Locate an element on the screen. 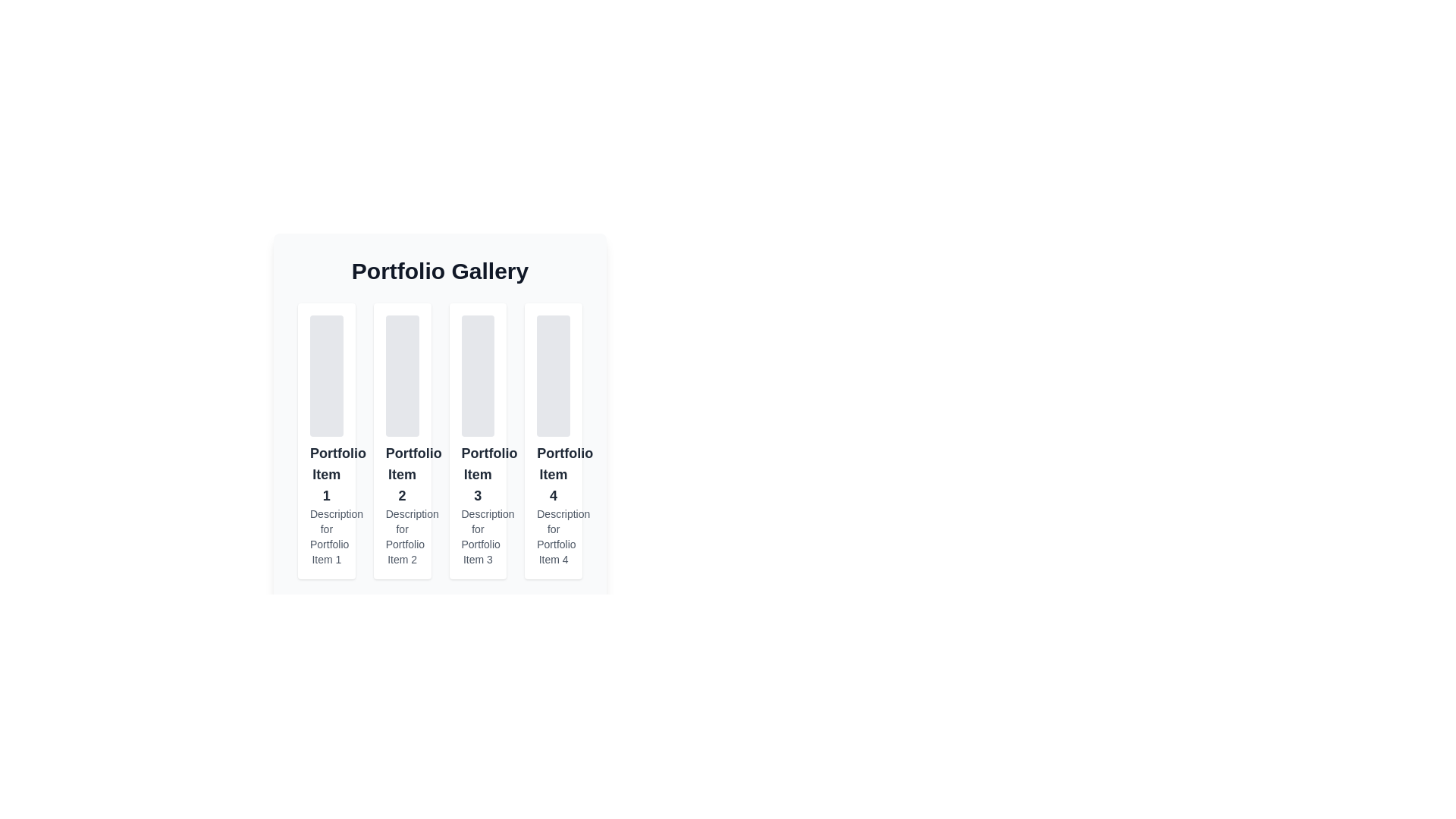 The height and width of the screenshot is (819, 1456). the third item in the first row of the grid layout that displays and organizes portfolio items within the gallery section is located at coordinates (439, 403).